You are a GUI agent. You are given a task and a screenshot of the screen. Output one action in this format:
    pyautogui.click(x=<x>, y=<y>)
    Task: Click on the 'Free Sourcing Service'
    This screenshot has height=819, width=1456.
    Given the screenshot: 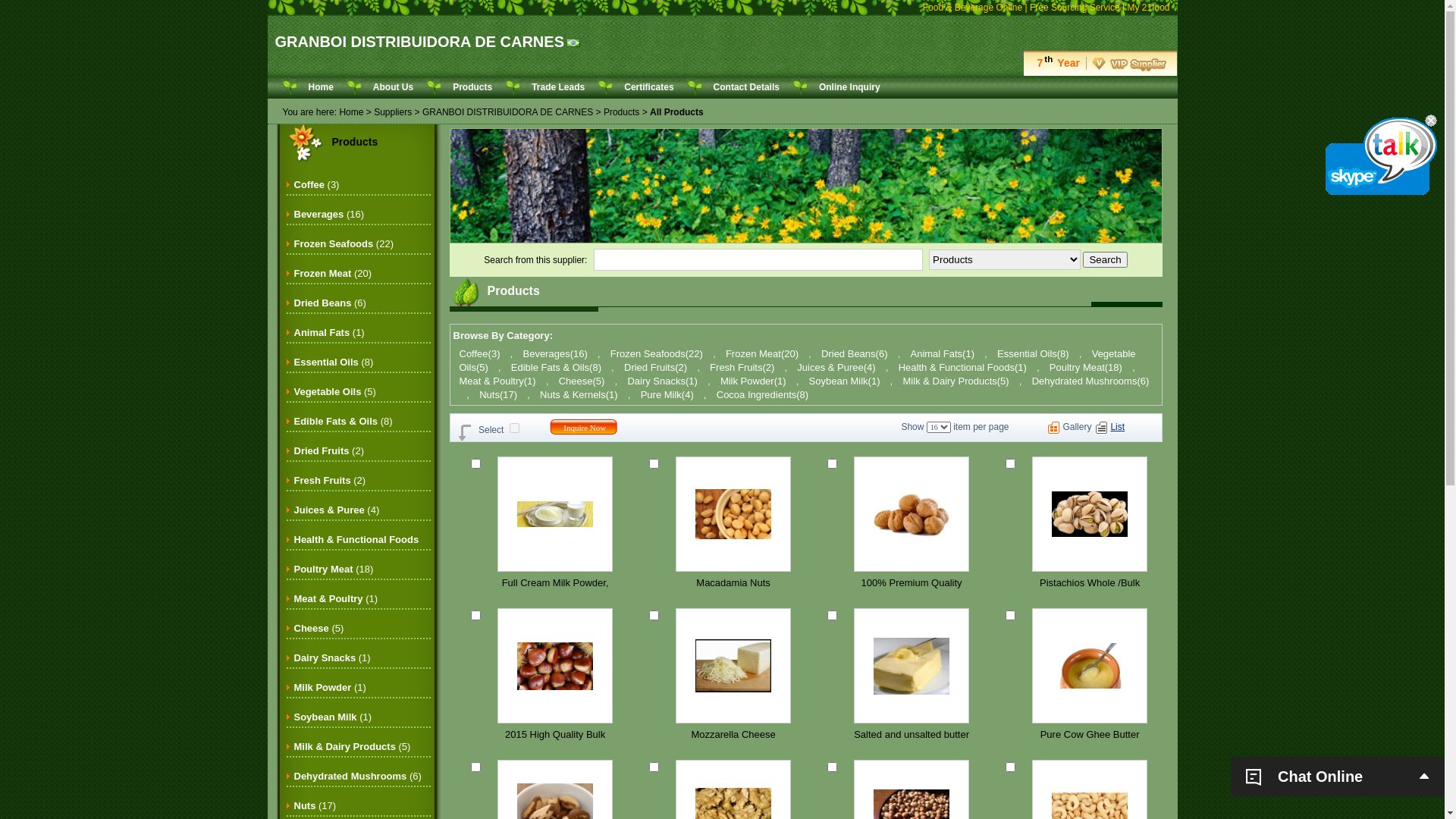 What is the action you would take?
    pyautogui.click(x=1030, y=8)
    